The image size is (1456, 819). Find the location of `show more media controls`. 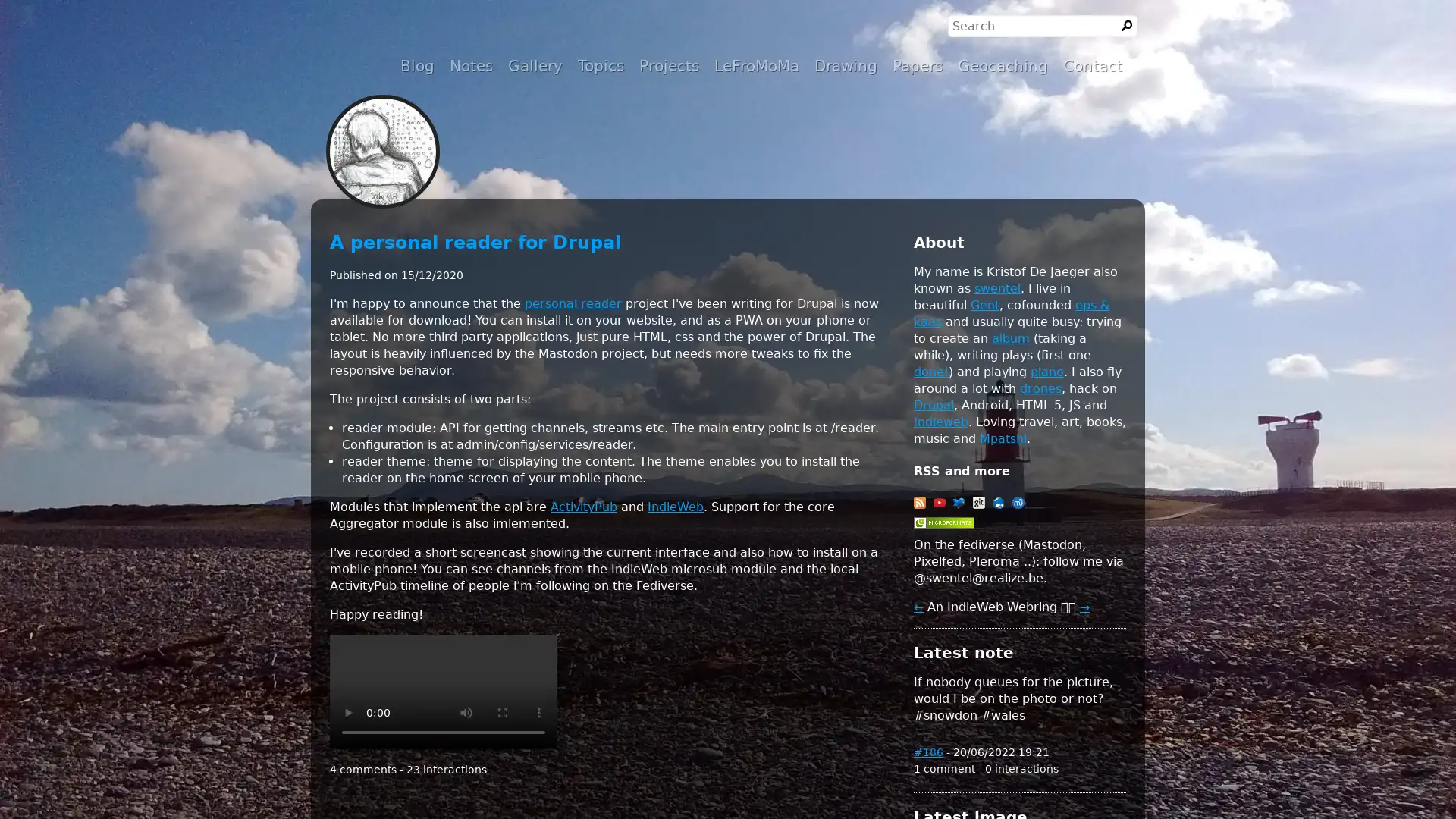

show more media controls is located at coordinates (538, 711).